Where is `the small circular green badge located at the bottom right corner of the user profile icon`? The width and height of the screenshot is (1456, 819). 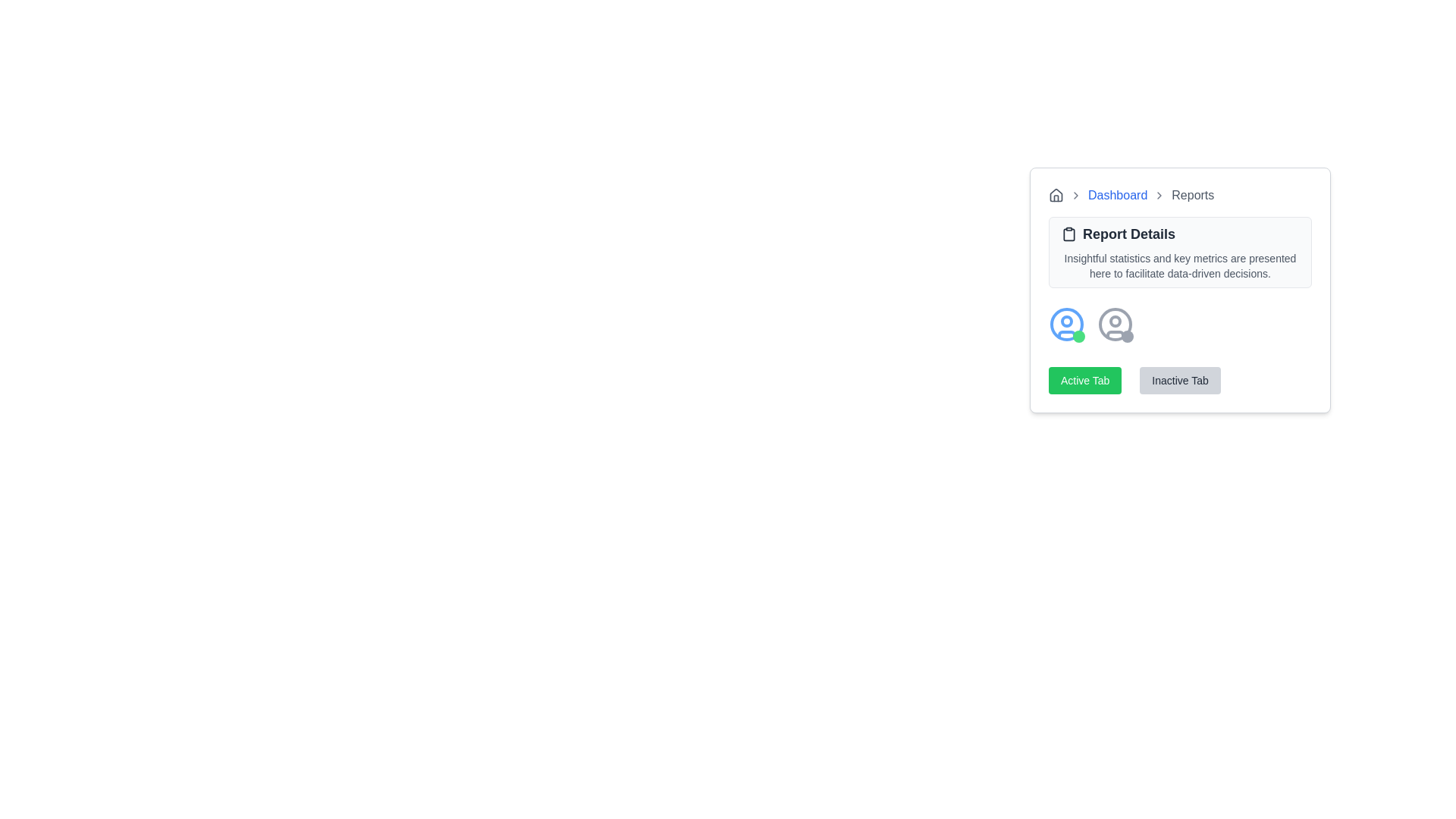
the small circular green badge located at the bottom right corner of the user profile icon is located at coordinates (1078, 335).